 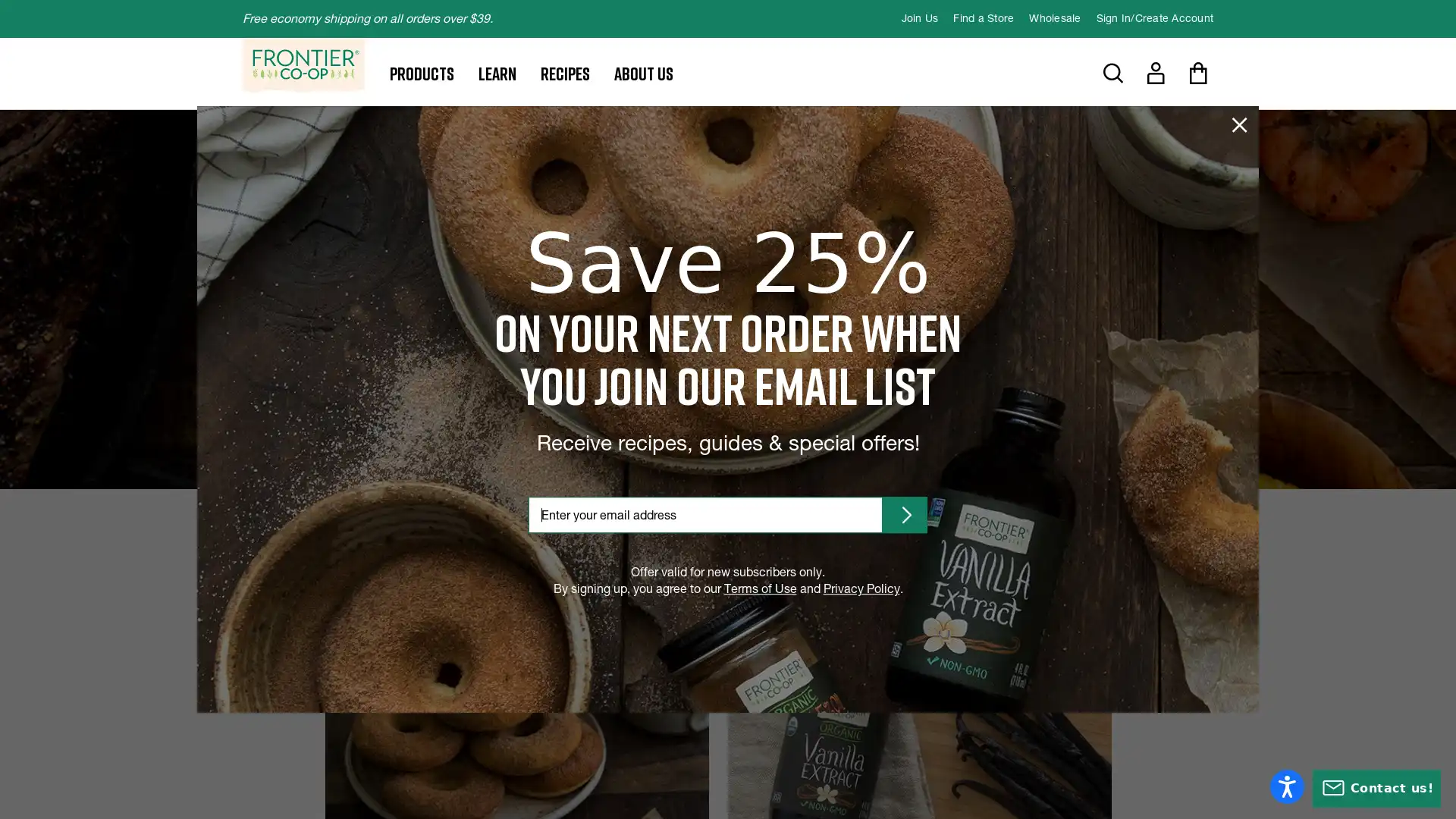 I want to click on Products, so click(x=422, y=73).